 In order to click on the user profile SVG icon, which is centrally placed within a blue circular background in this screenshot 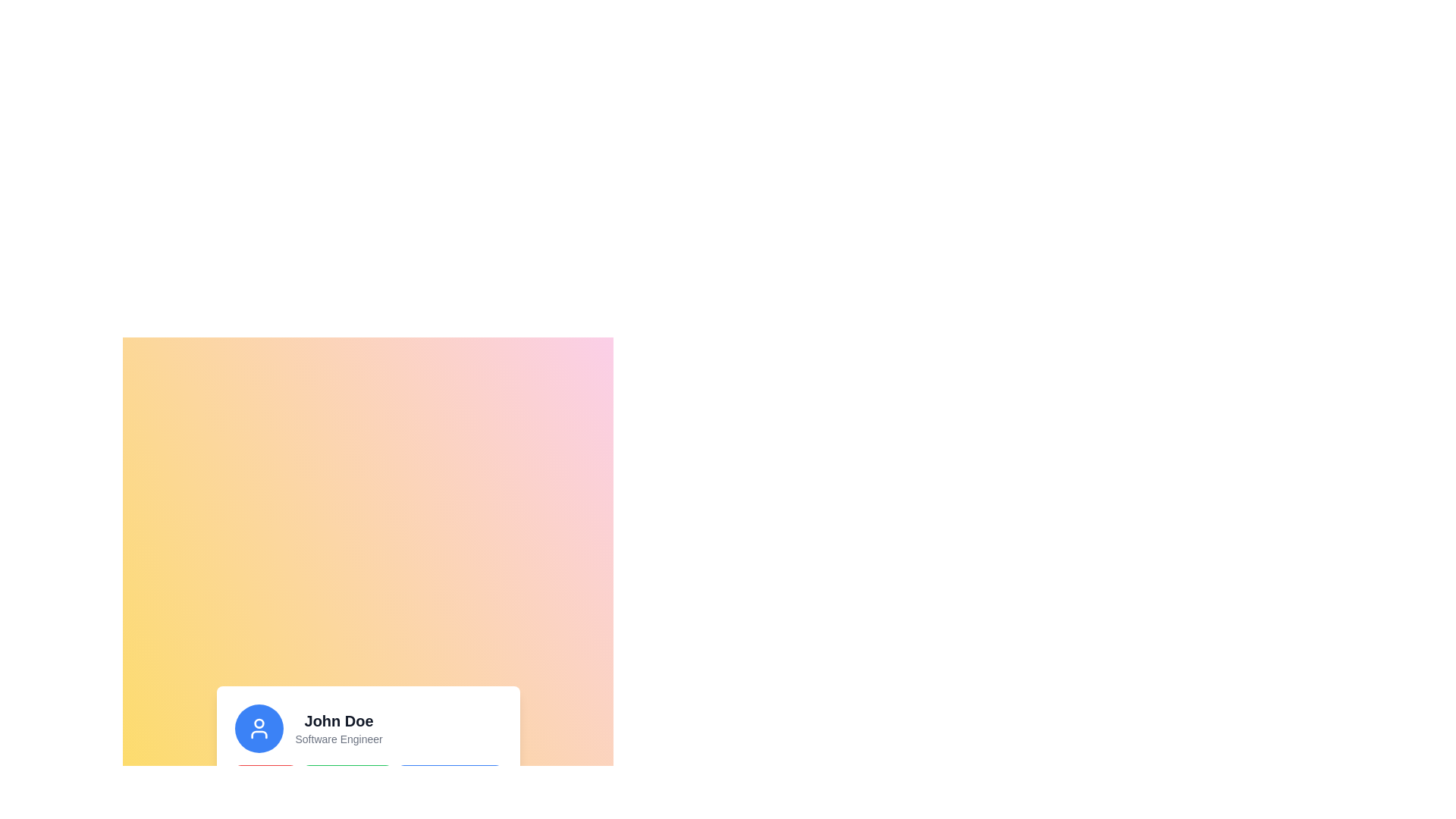, I will do `click(259, 727)`.